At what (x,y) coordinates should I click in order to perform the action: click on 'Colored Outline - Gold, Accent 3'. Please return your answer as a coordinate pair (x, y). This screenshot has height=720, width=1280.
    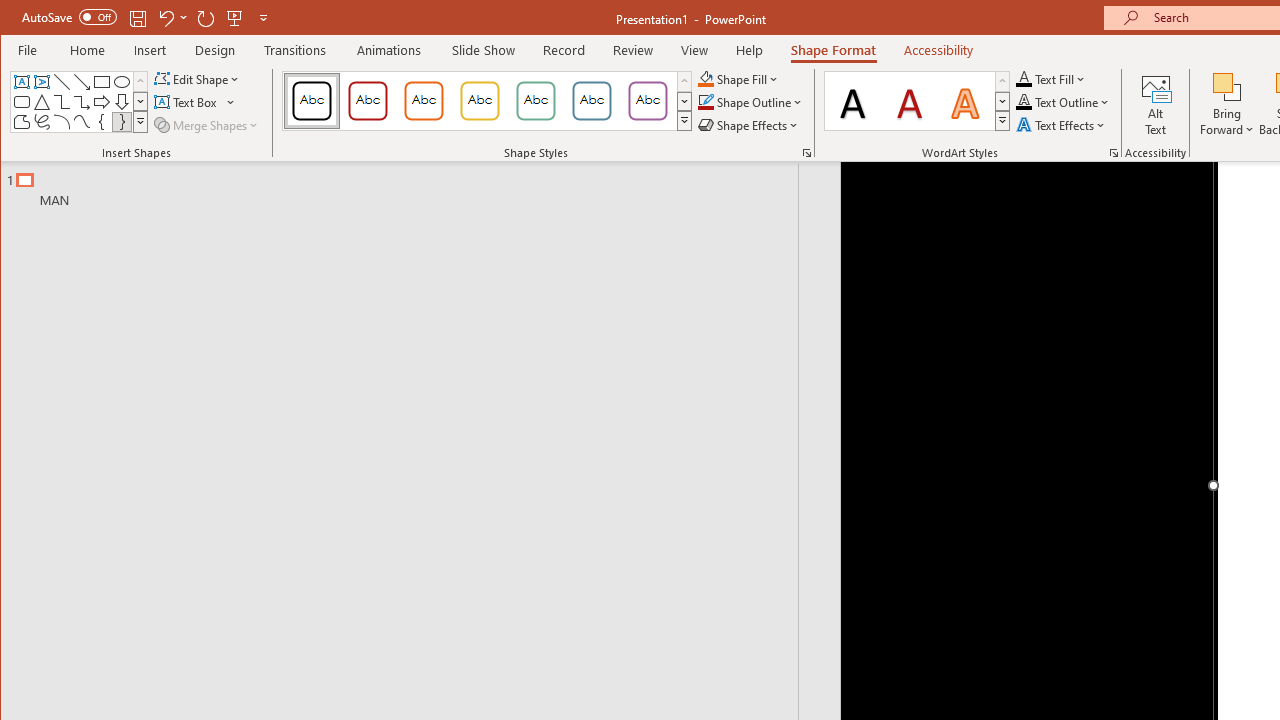
    Looking at the image, I should click on (480, 100).